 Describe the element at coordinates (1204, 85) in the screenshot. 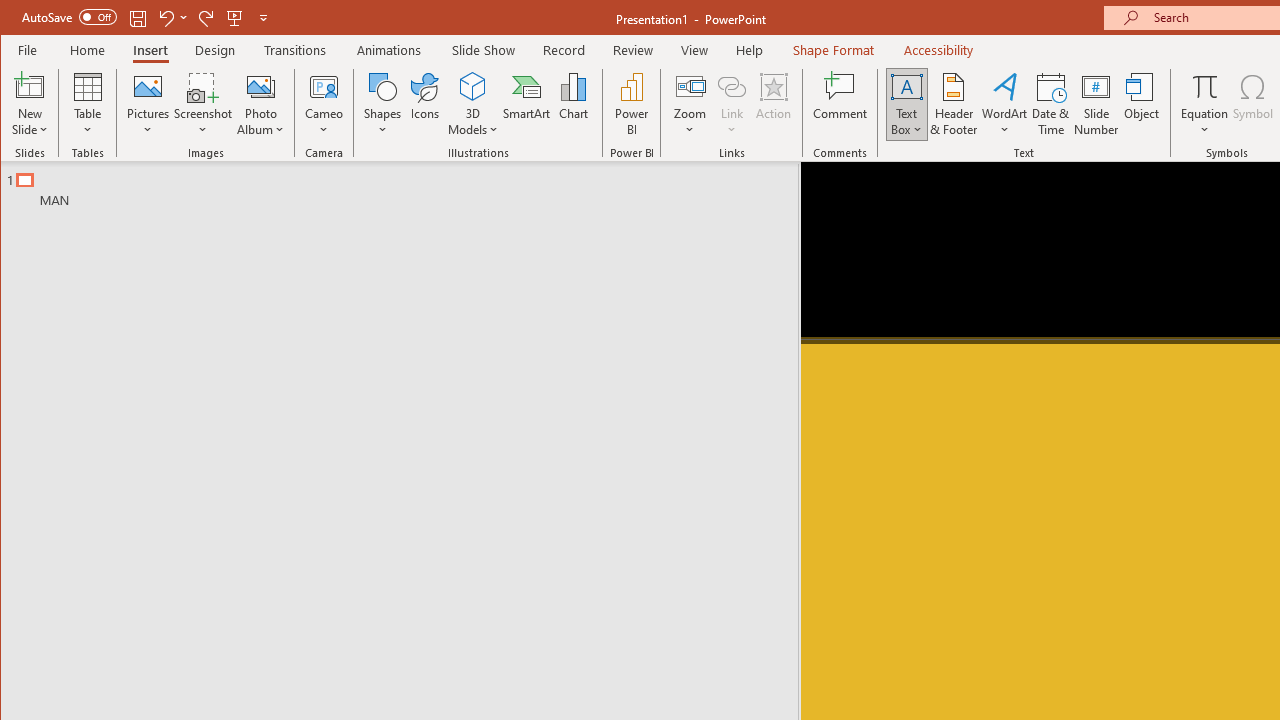

I see `'Equation'` at that location.